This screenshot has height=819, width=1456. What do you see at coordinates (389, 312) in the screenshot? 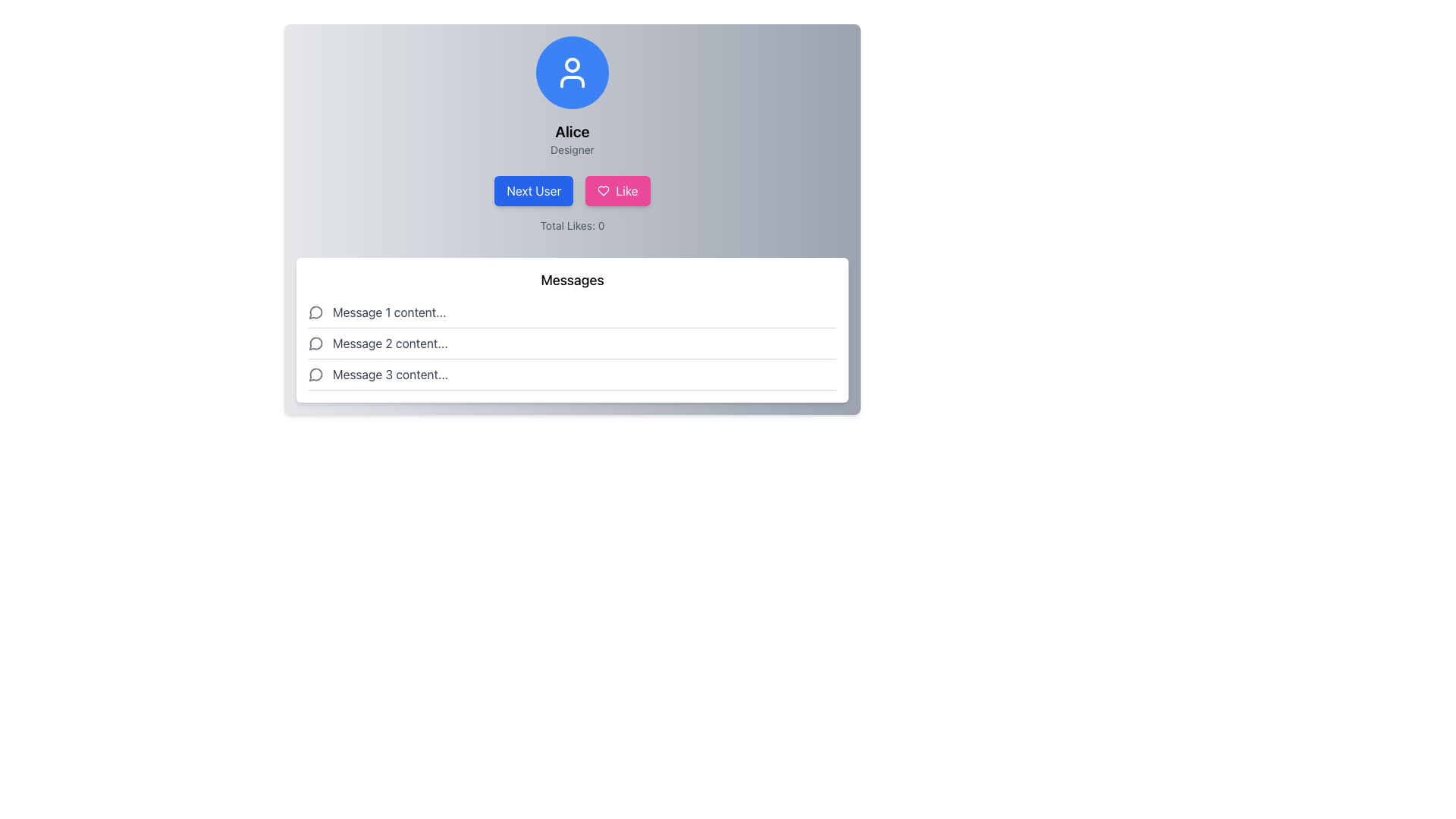
I see `the text label that displays a short snippet or description of a message, positioned in the first row of the 'Messages' list, to the right of the message icon` at bounding box center [389, 312].